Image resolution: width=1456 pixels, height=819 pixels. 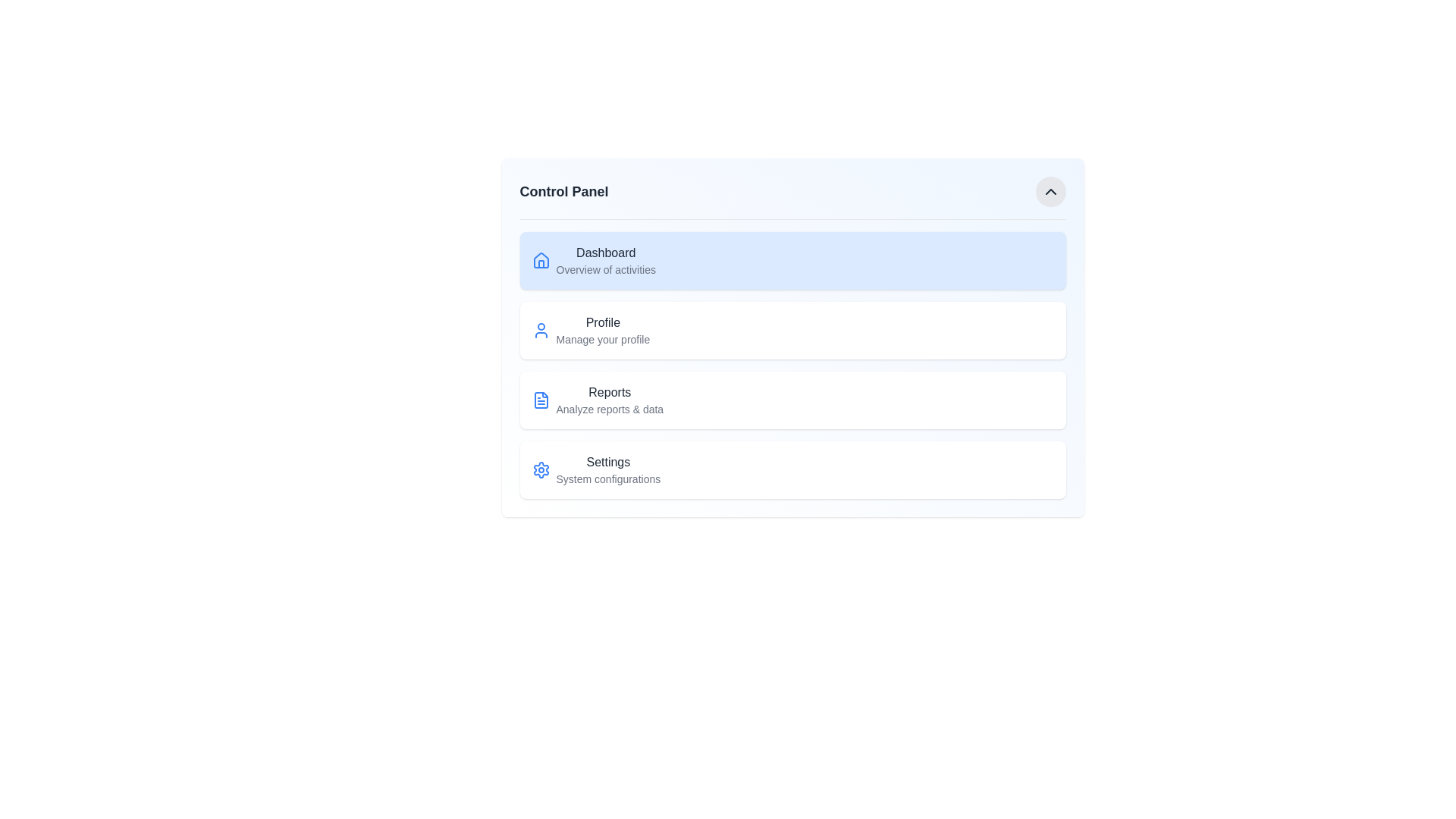 What do you see at coordinates (608, 461) in the screenshot?
I see `the Settings menu title text label, which is the fourth item` at bounding box center [608, 461].